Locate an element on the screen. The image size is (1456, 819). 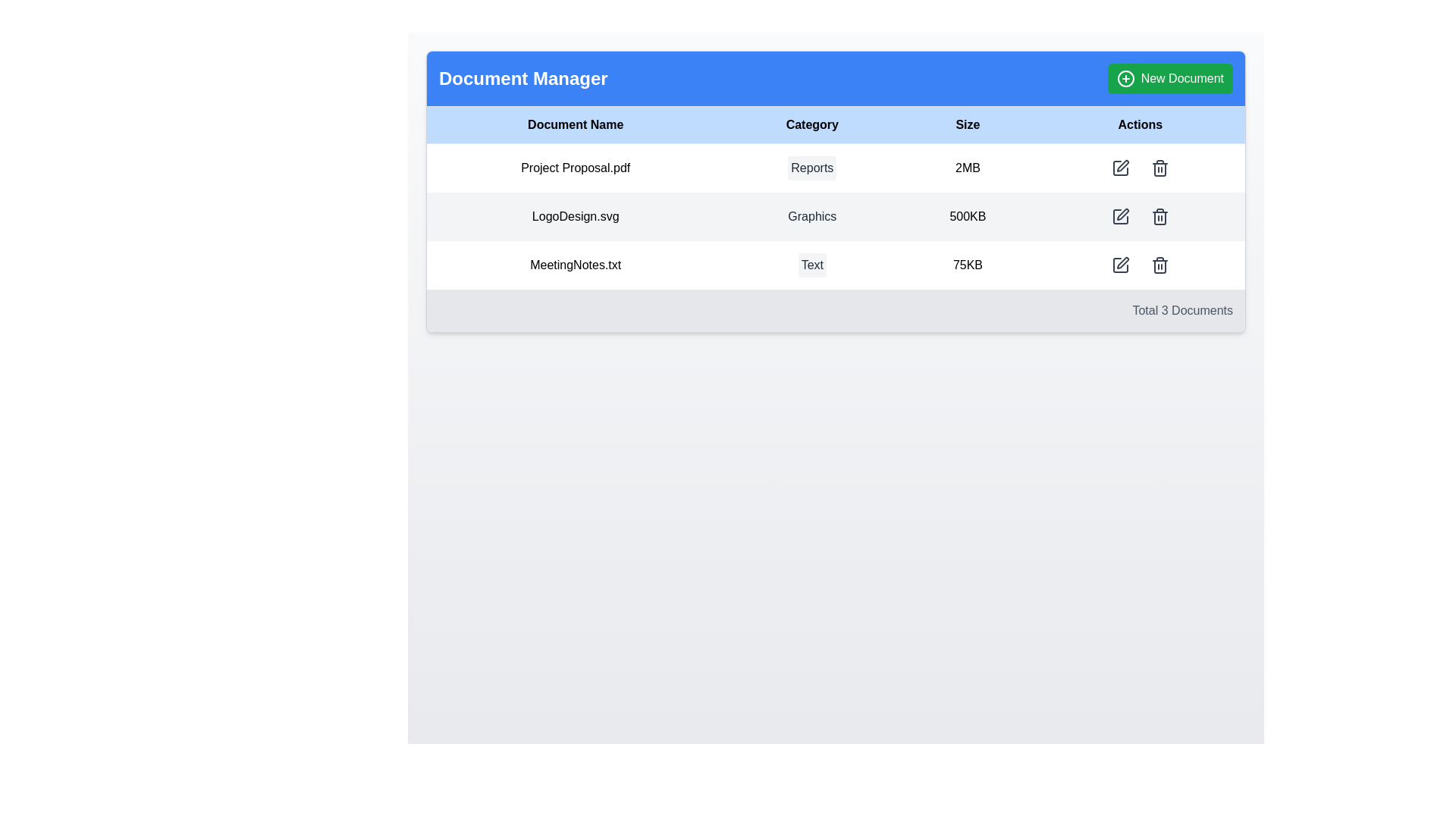
the Control Panel element located in the 'Actions' column of the second row corresponding to the file 'LogoDesign.svg' is located at coordinates (1140, 216).